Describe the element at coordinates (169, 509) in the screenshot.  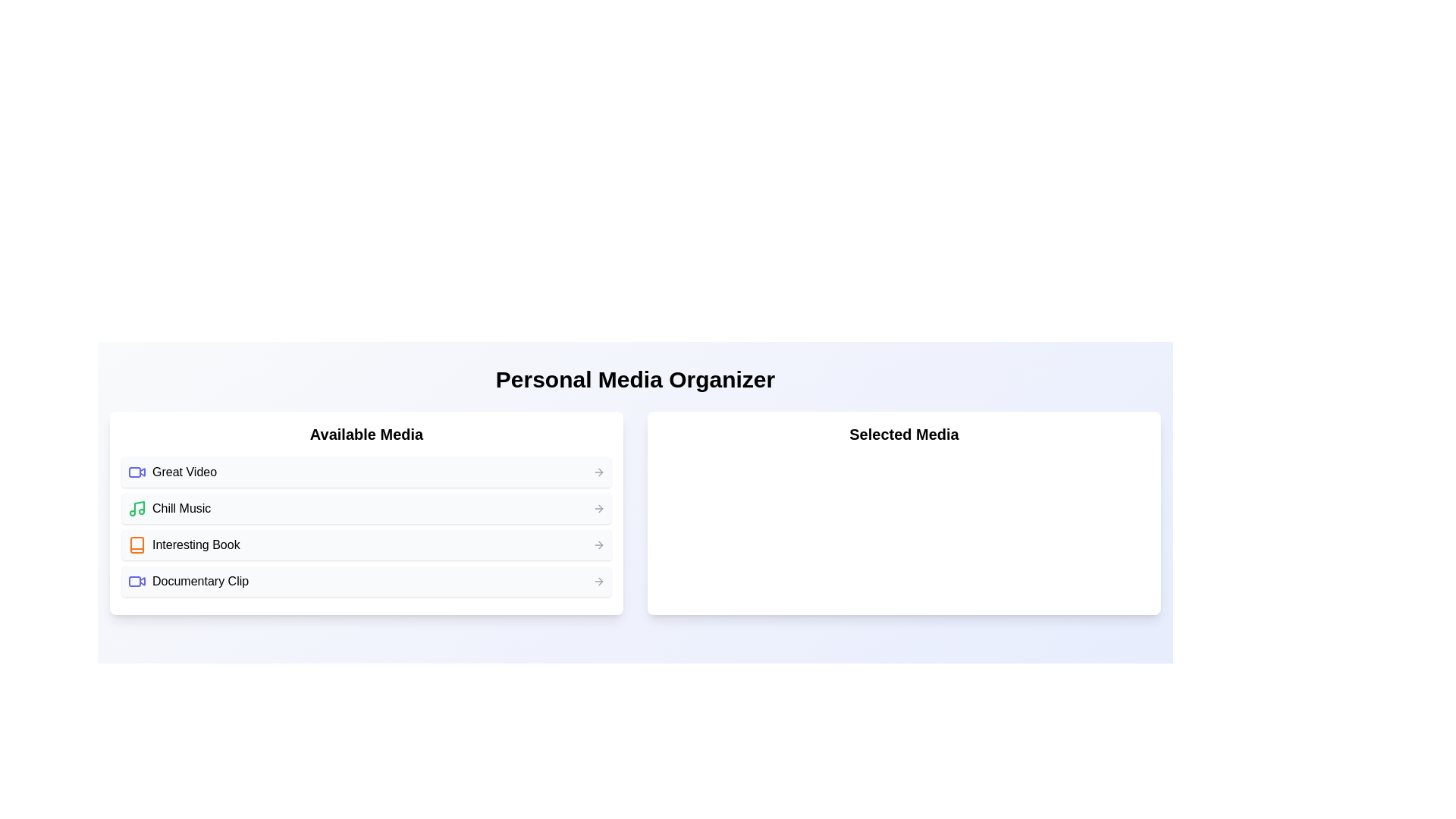
I see `the media entry titled 'Chill Music' in the second row of the 'Available Media' list` at that location.